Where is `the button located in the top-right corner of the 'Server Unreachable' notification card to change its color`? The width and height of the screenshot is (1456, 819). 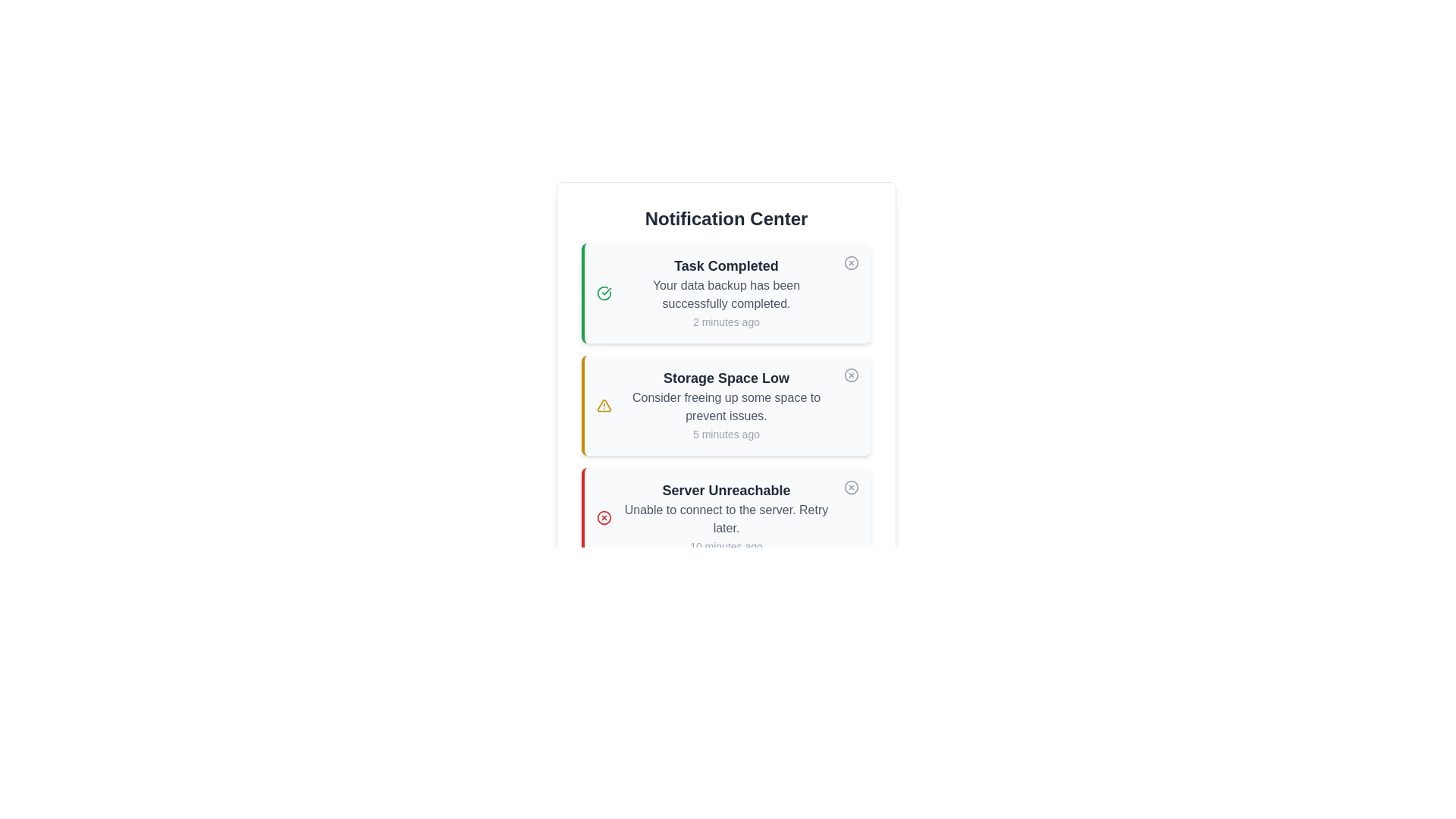
the button located in the top-right corner of the 'Server Unreachable' notification card to change its color is located at coordinates (852, 488).